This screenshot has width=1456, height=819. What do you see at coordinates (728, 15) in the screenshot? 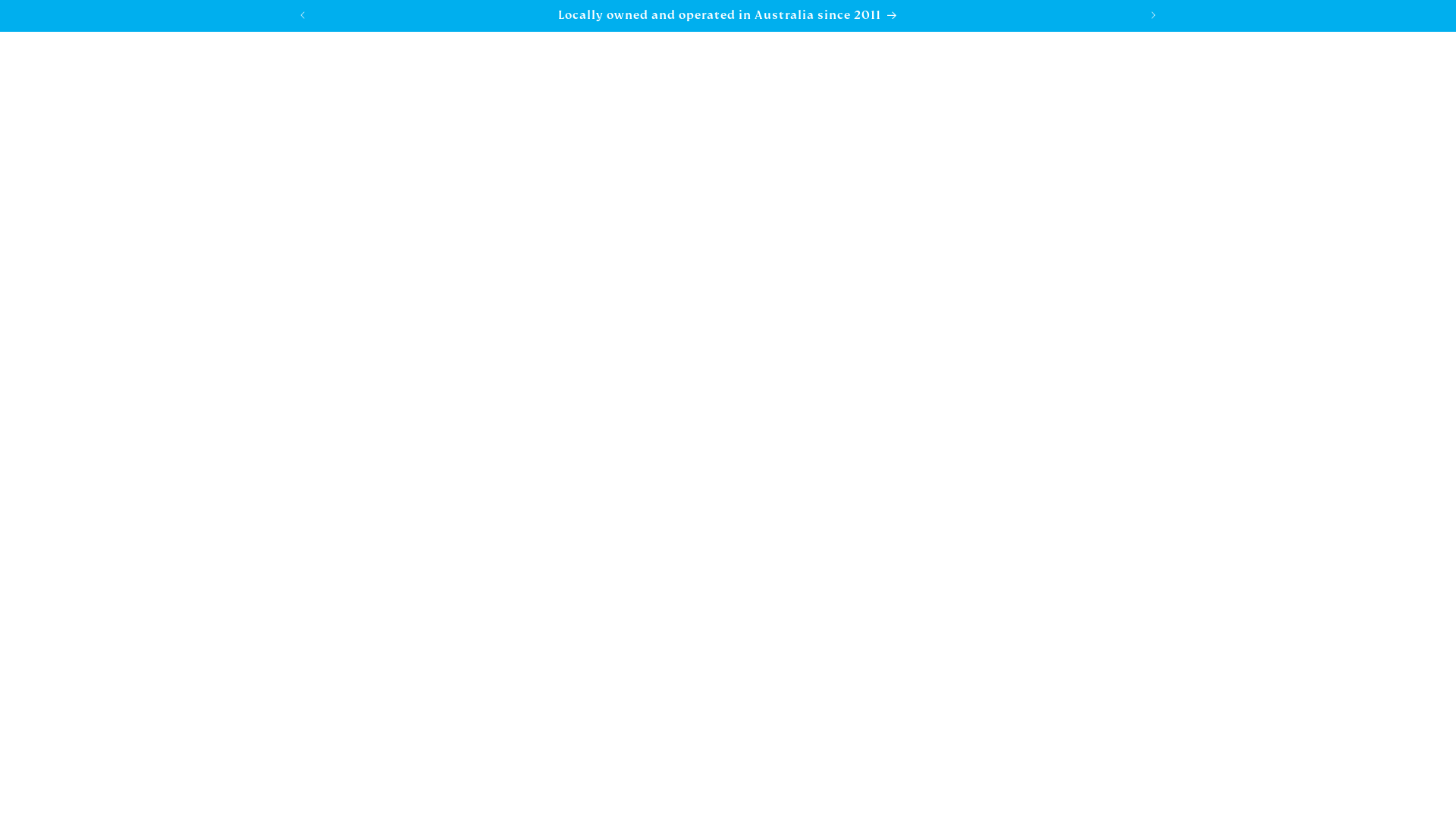
I see `'Locally owned and operated in Australia since 2011'` at bounding box center [728, 15].